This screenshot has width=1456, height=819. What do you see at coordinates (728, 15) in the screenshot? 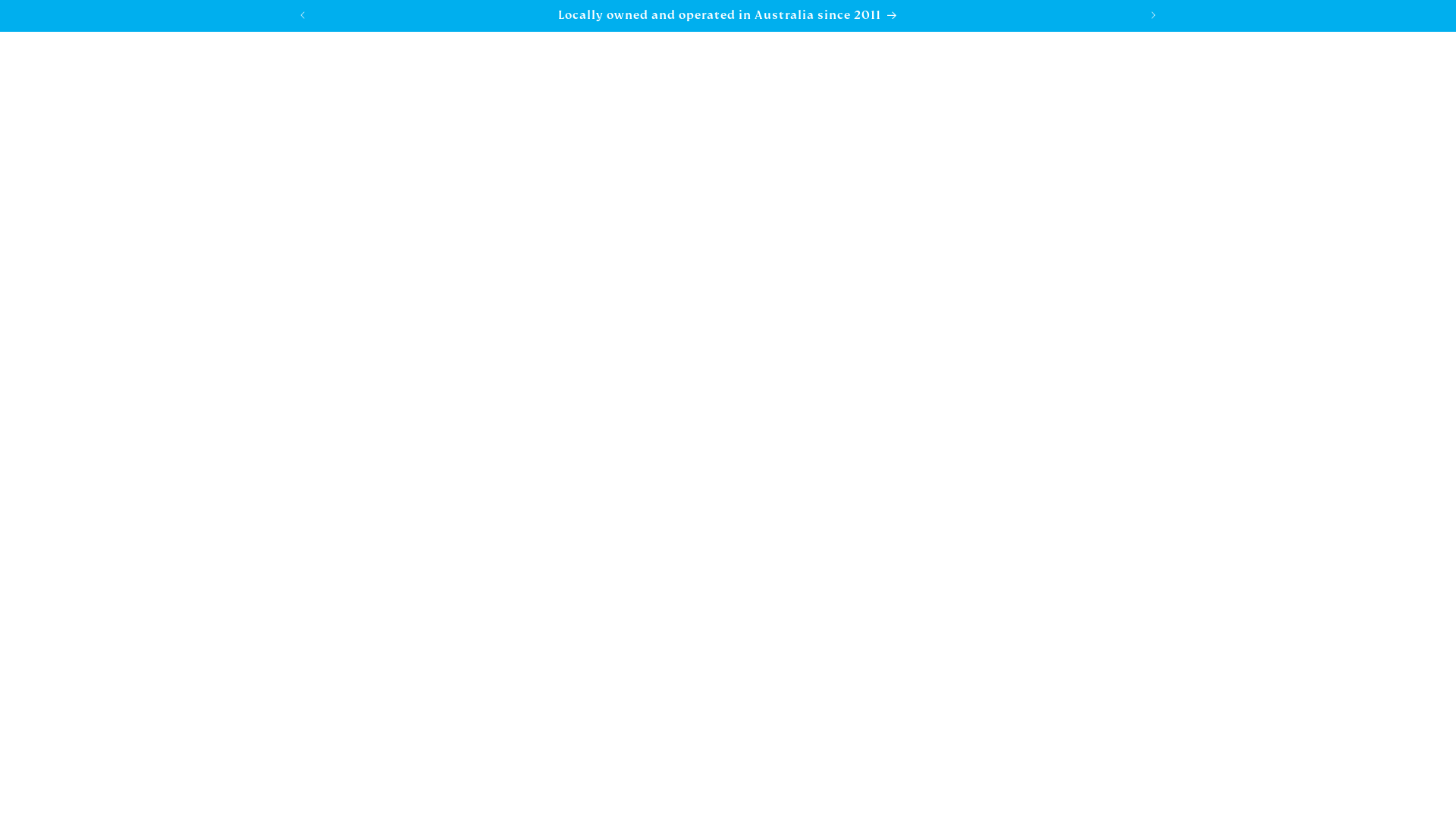
I see `'Locally owned and operated in Australia since 2011'` at bounding box center [728, 15].